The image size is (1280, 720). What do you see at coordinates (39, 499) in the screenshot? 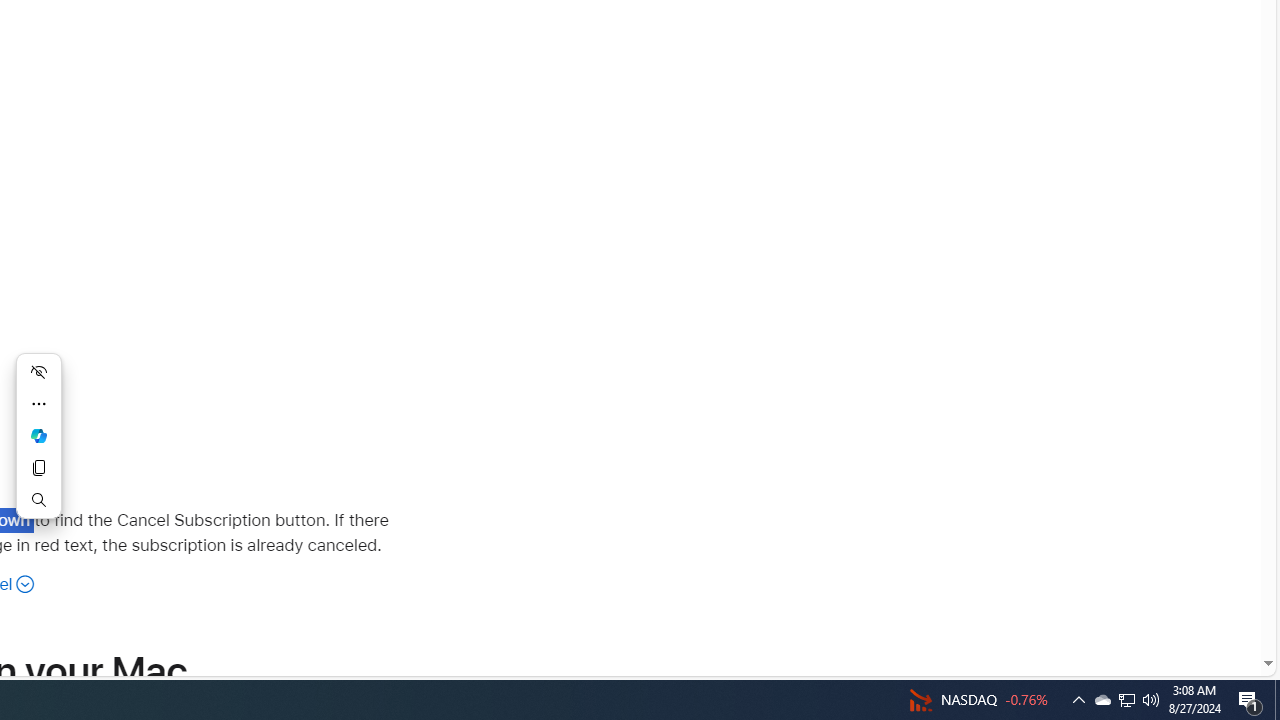
I see `'Search'` at bounding box center [39, 499].